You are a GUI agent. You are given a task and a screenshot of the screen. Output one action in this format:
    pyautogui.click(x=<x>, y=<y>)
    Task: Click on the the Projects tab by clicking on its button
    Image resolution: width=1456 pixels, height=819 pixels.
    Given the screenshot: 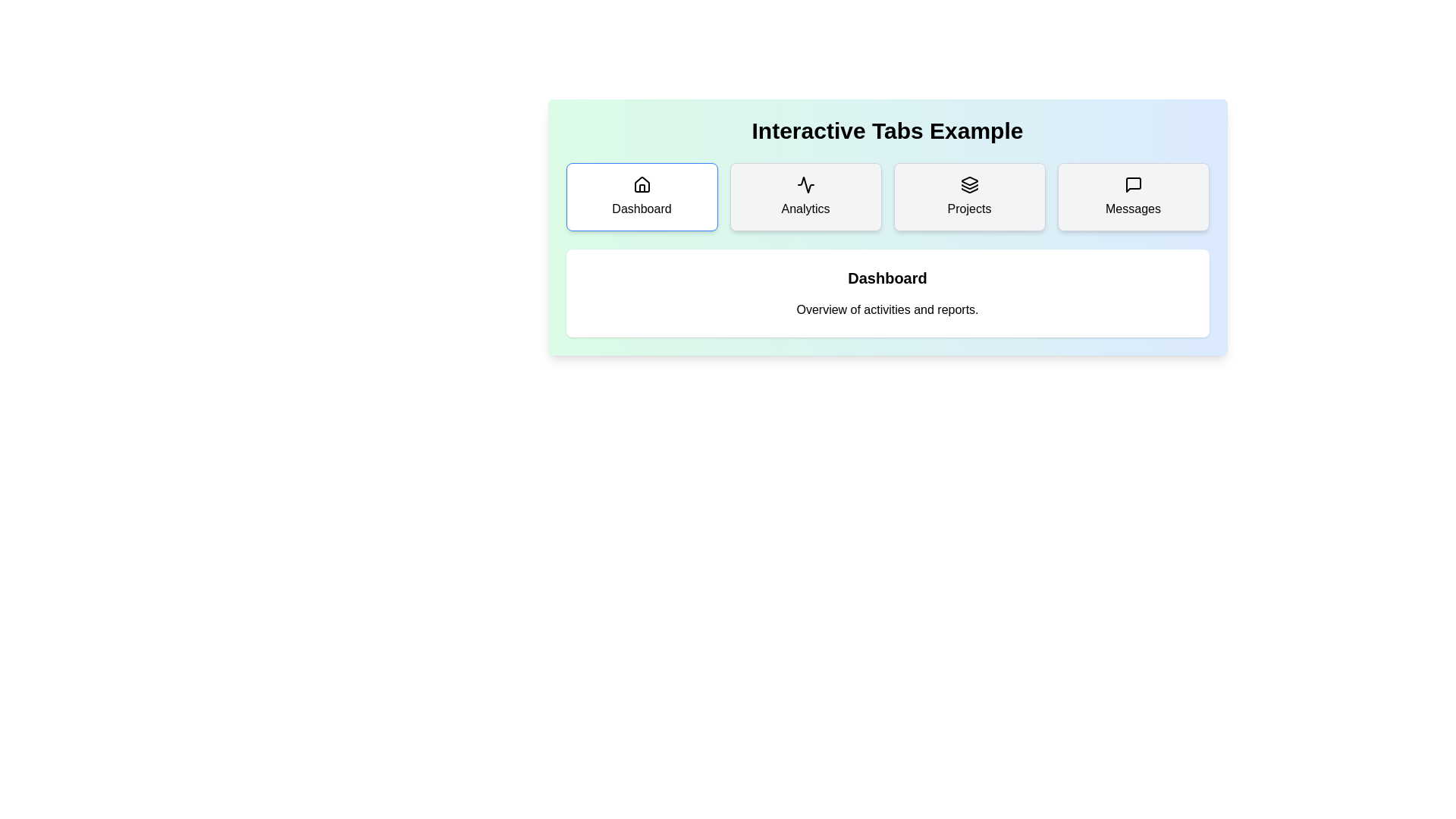 What is the action you would take?
    pyautogui.click(x=968, y=196)
    